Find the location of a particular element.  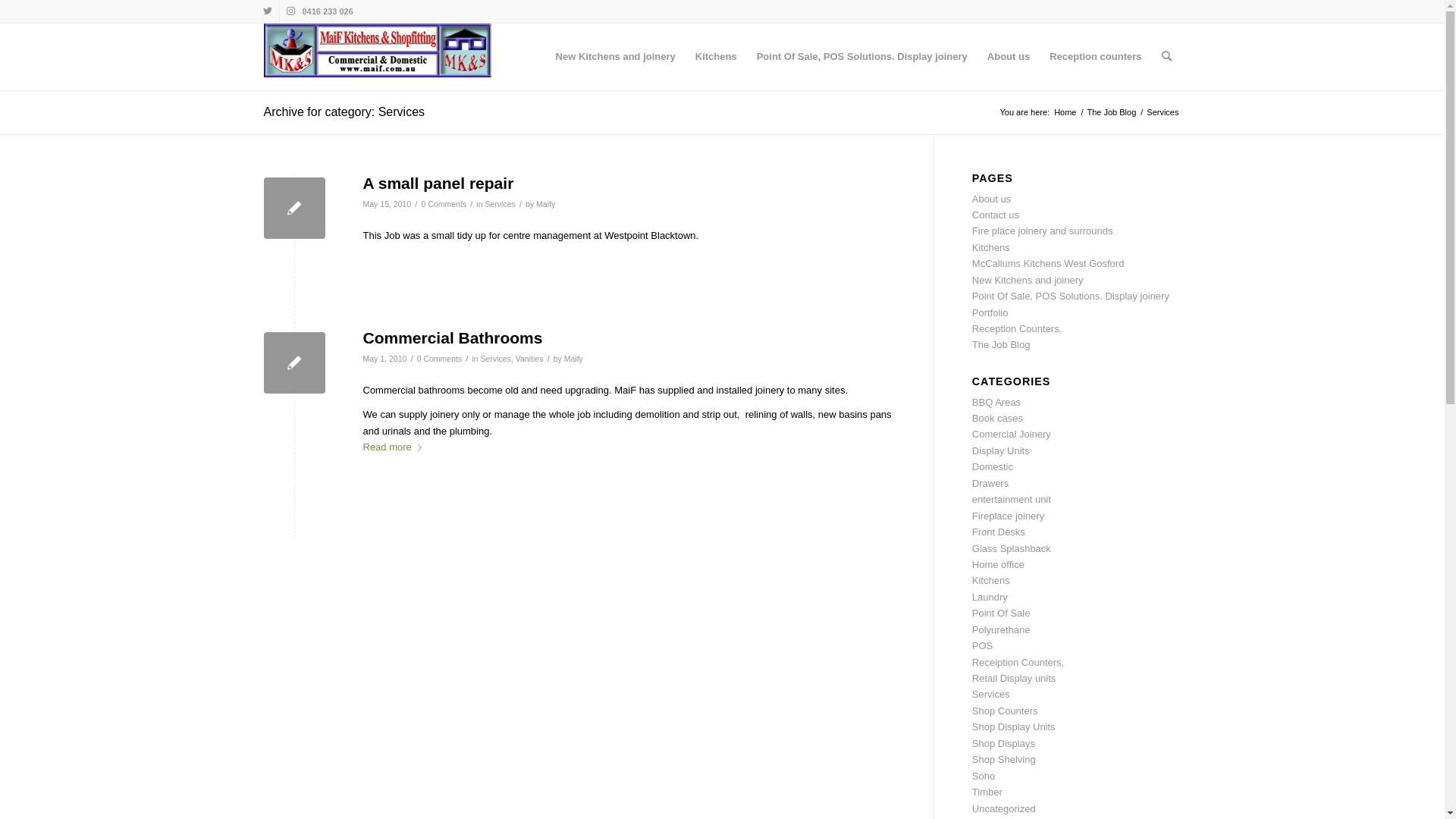

'Vanities' is located at coordinates (529, 359).